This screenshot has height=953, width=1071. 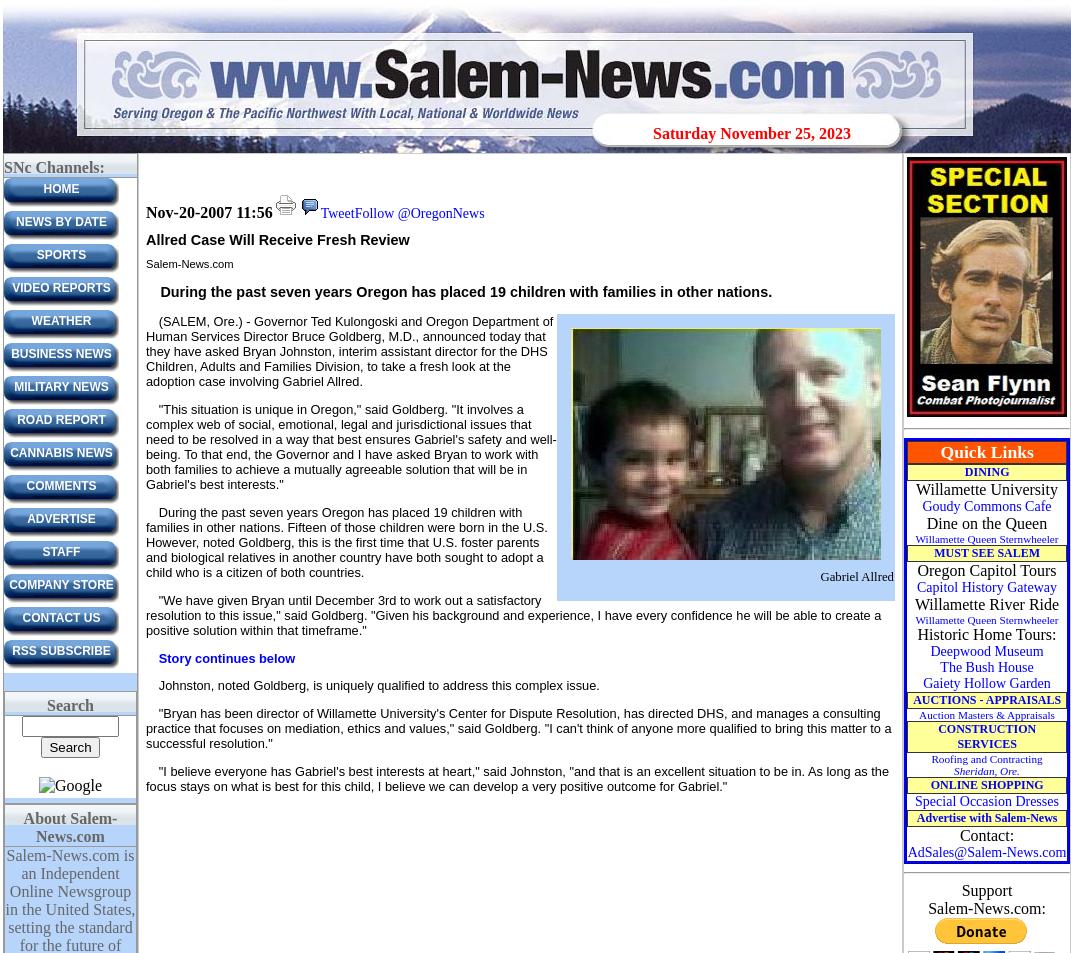 I want to click on 'CONTACT US', so click(x=60, y=618).